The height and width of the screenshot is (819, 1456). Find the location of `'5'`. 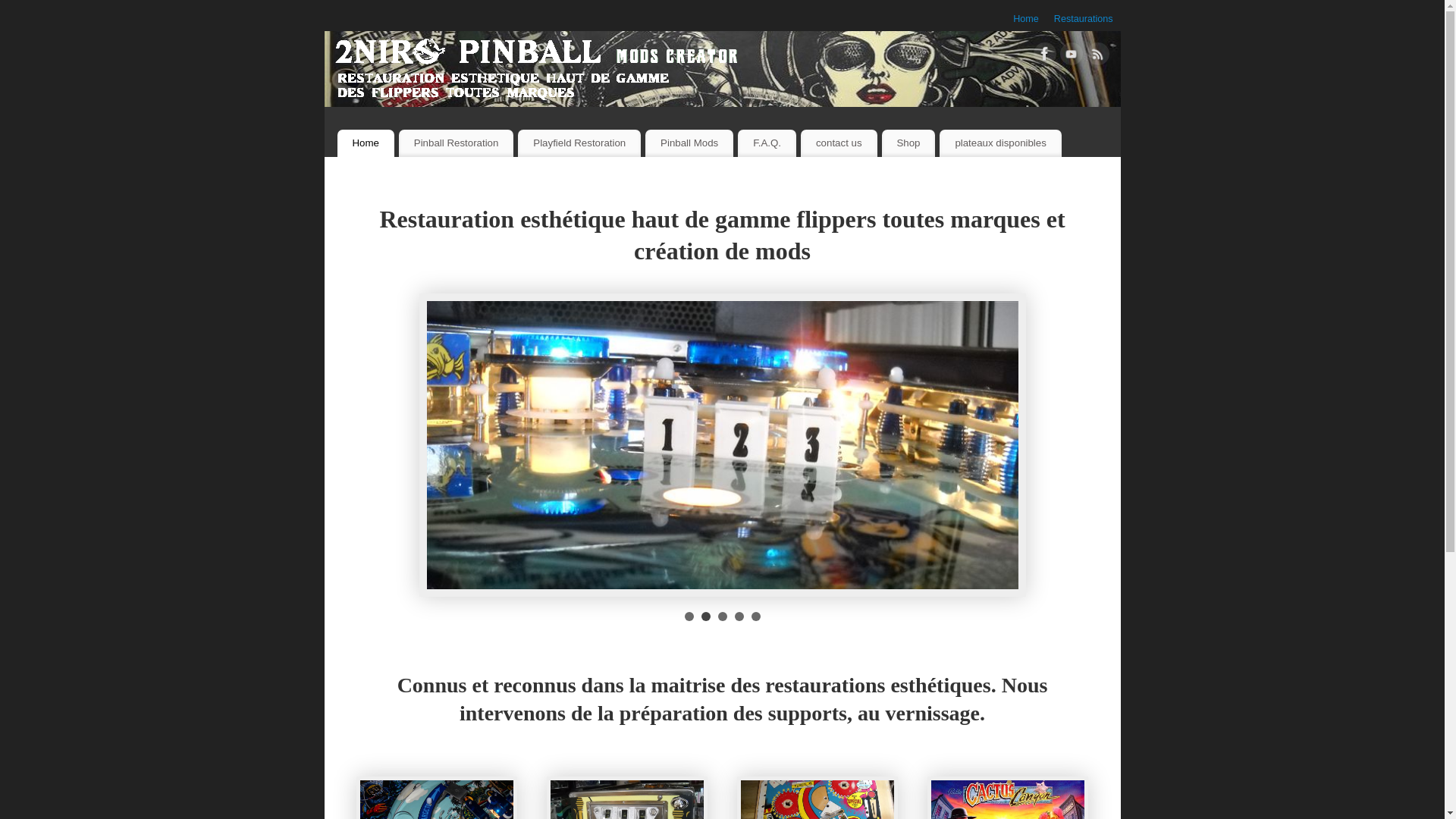

'5' is located at coordinates (750, 617).